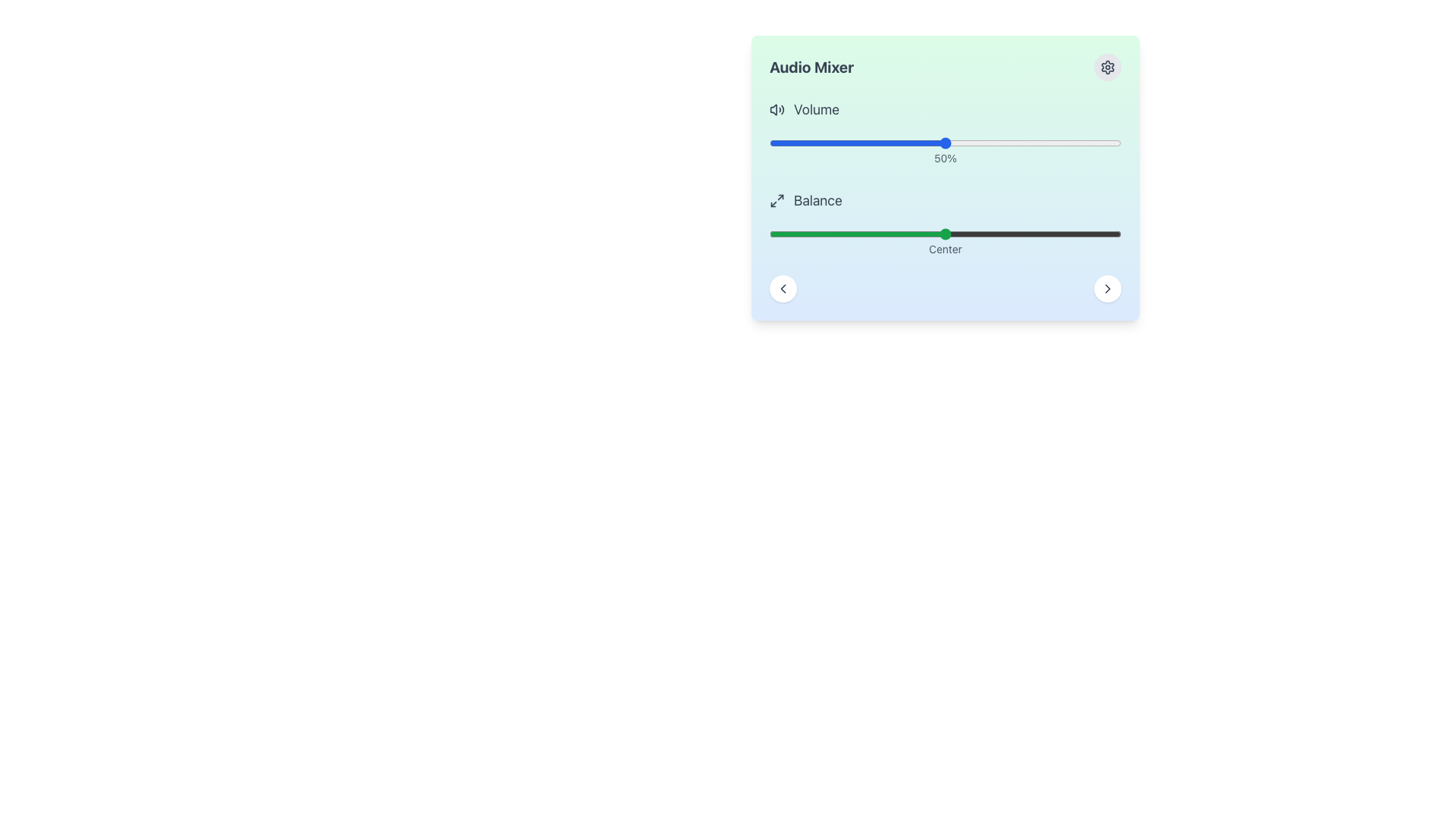  What do you see at coordinates (945, 289) in the screenshot?
I see `the Navigation control bar at the bottom of the 'Audio Mixer' interface` at bounding box center [945, 289].